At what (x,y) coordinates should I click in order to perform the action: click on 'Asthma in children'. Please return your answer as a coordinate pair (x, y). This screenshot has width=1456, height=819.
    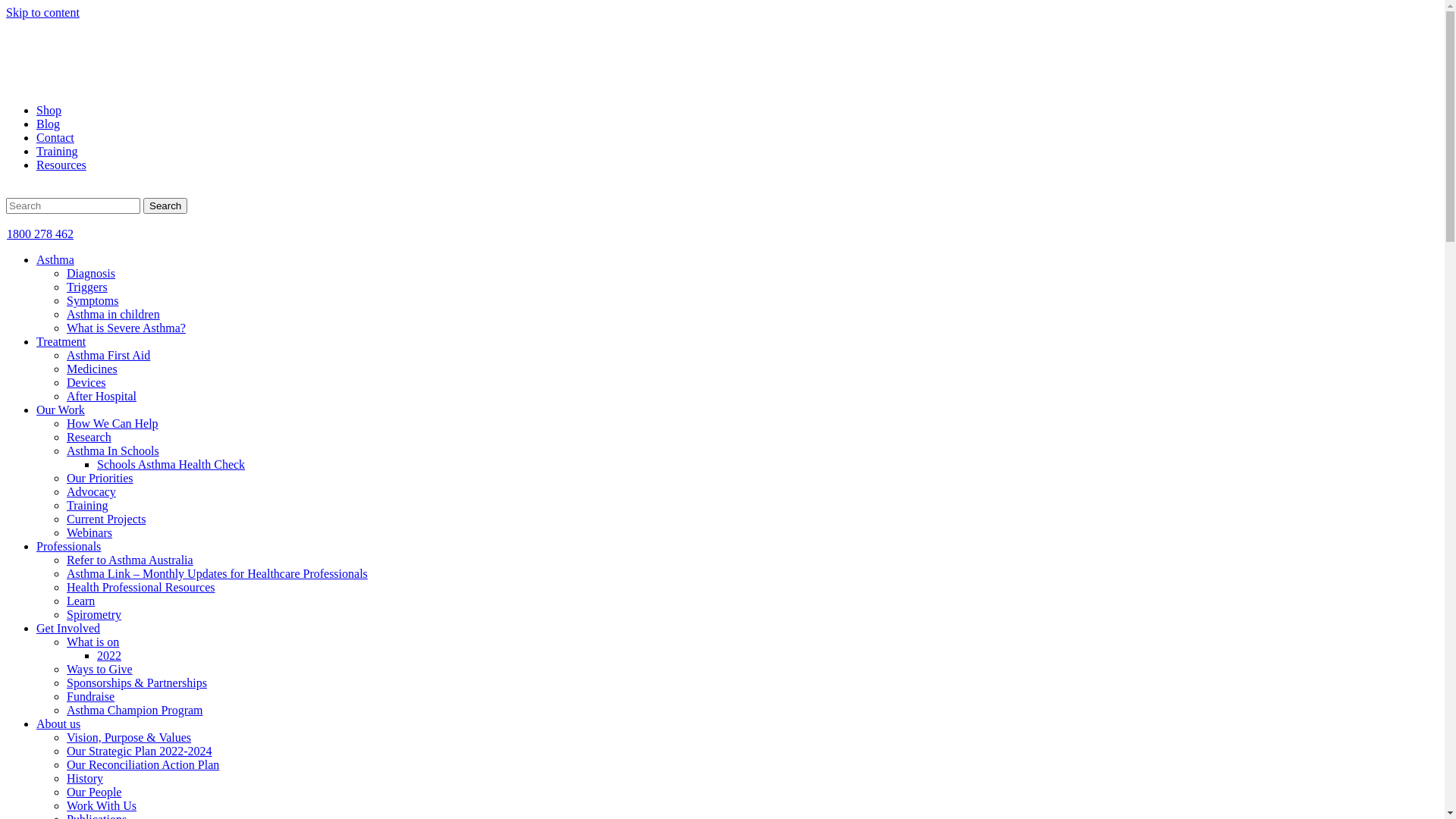
    Looking at the image, I should click on (112, 313).